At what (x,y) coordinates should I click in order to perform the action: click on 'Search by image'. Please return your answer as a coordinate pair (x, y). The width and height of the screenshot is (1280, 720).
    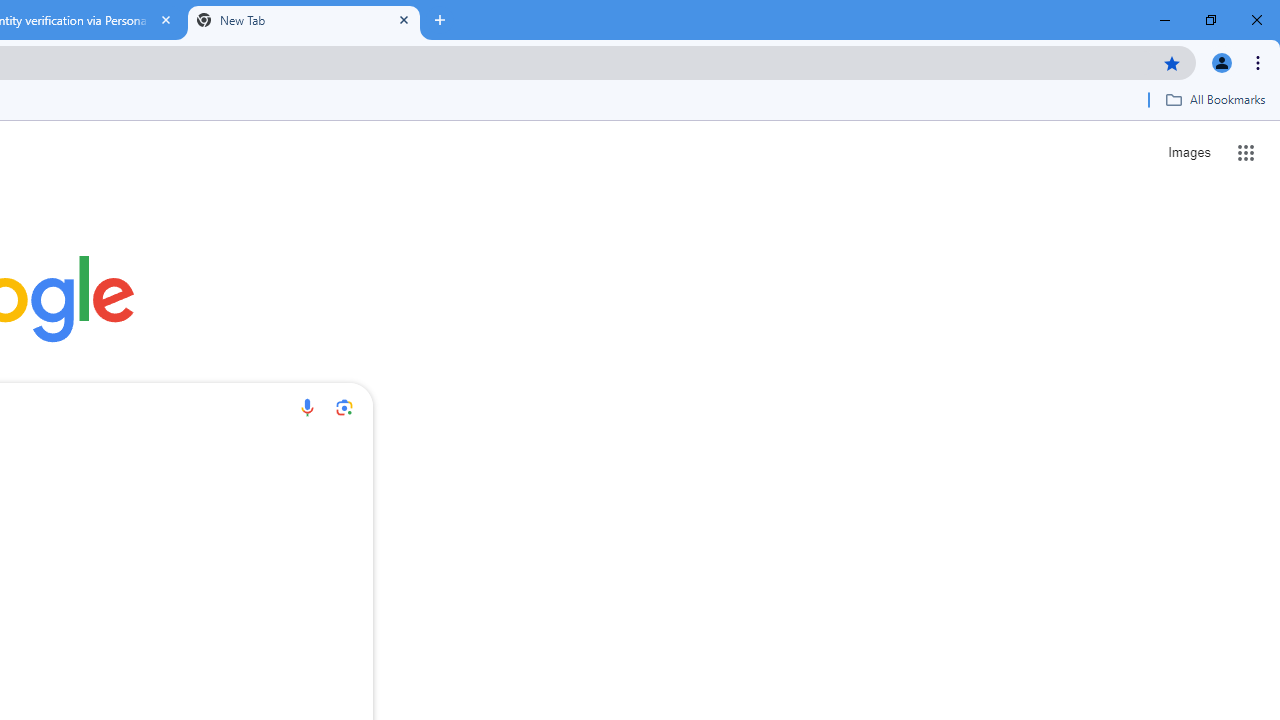
    Looking at the image, I should click on (344, 406).